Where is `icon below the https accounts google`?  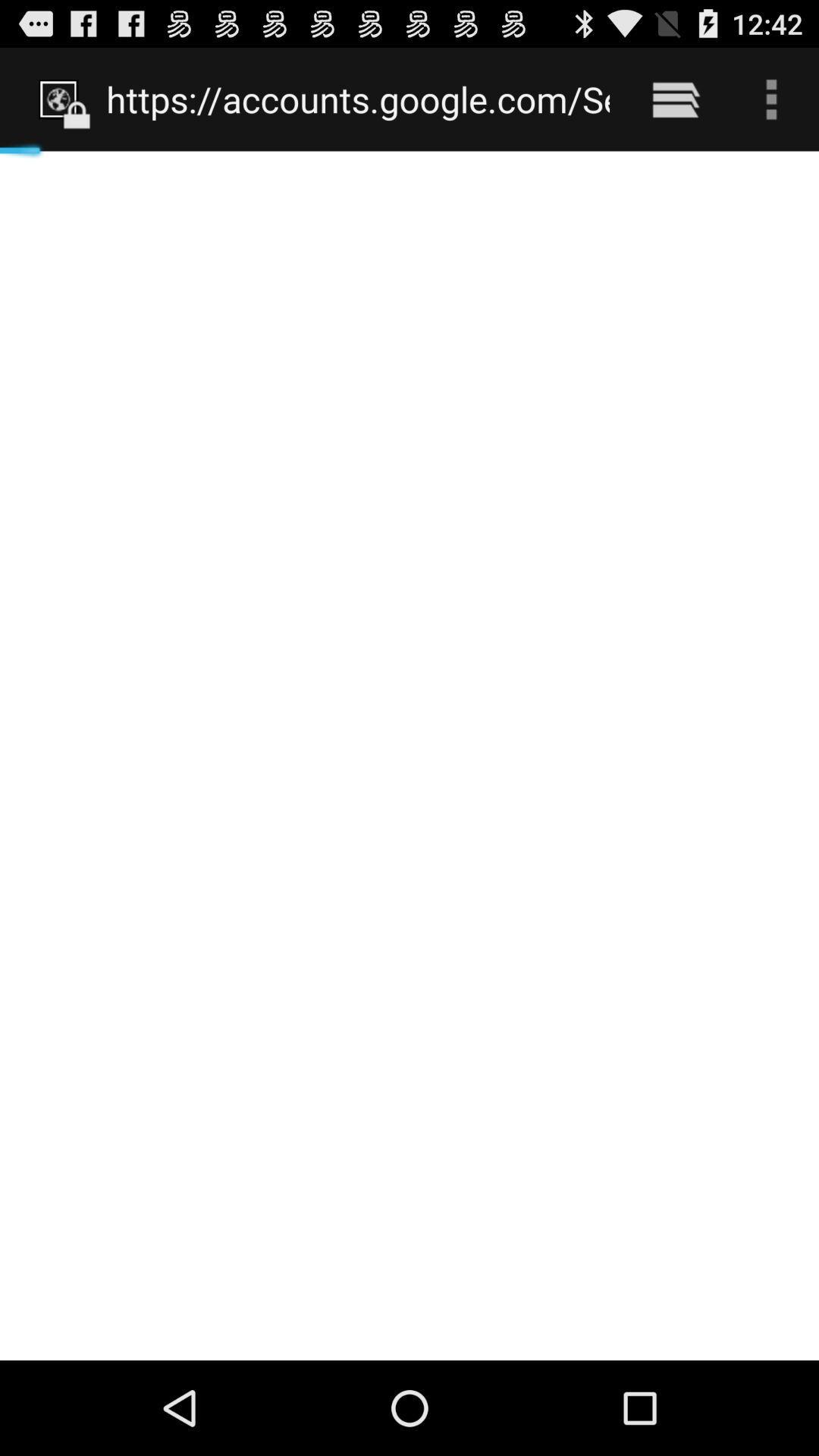
icon below the https accounts google is located at coordinates (409, 755).